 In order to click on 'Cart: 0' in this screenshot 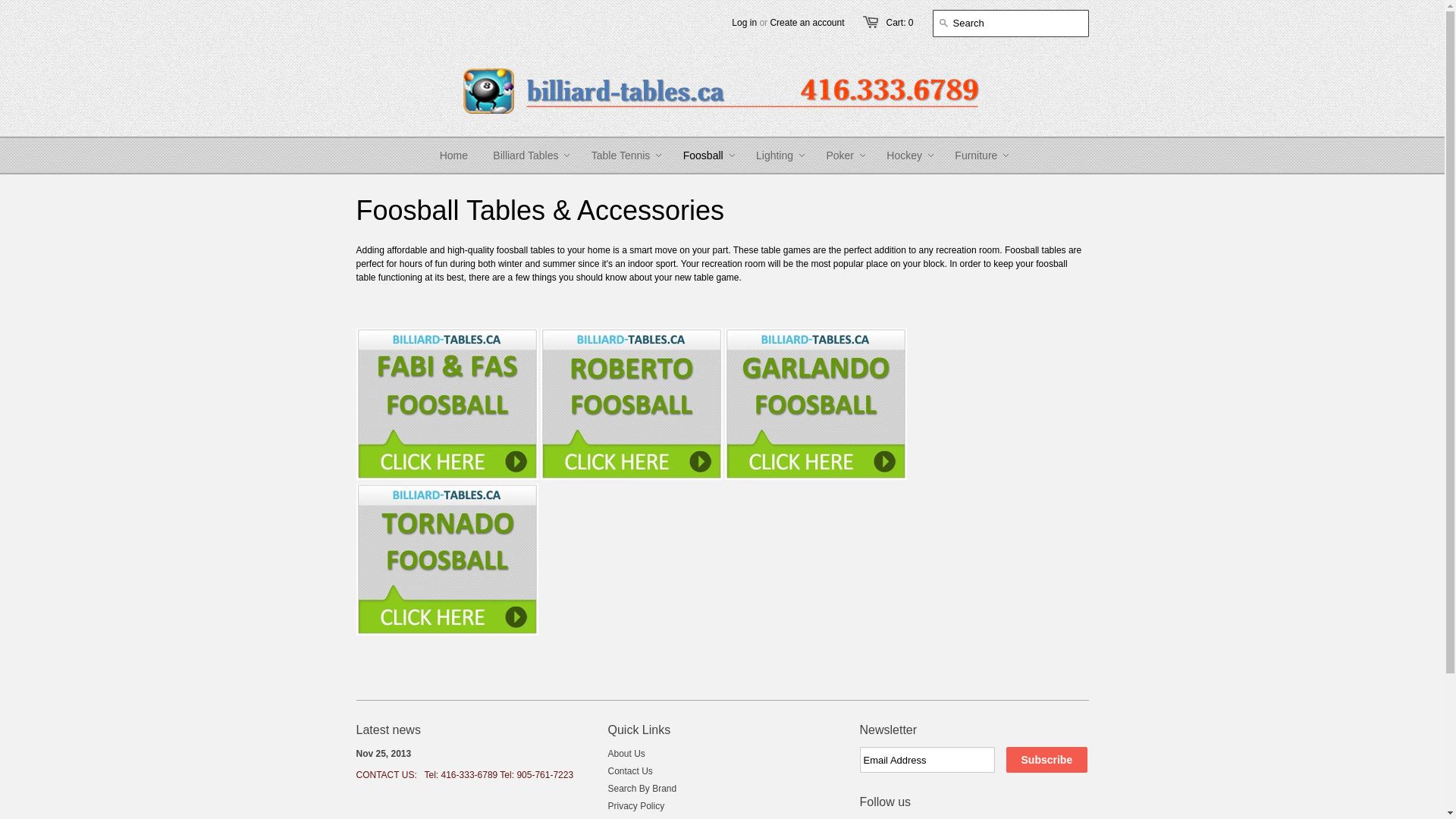, I will do `click(885, 23)`.